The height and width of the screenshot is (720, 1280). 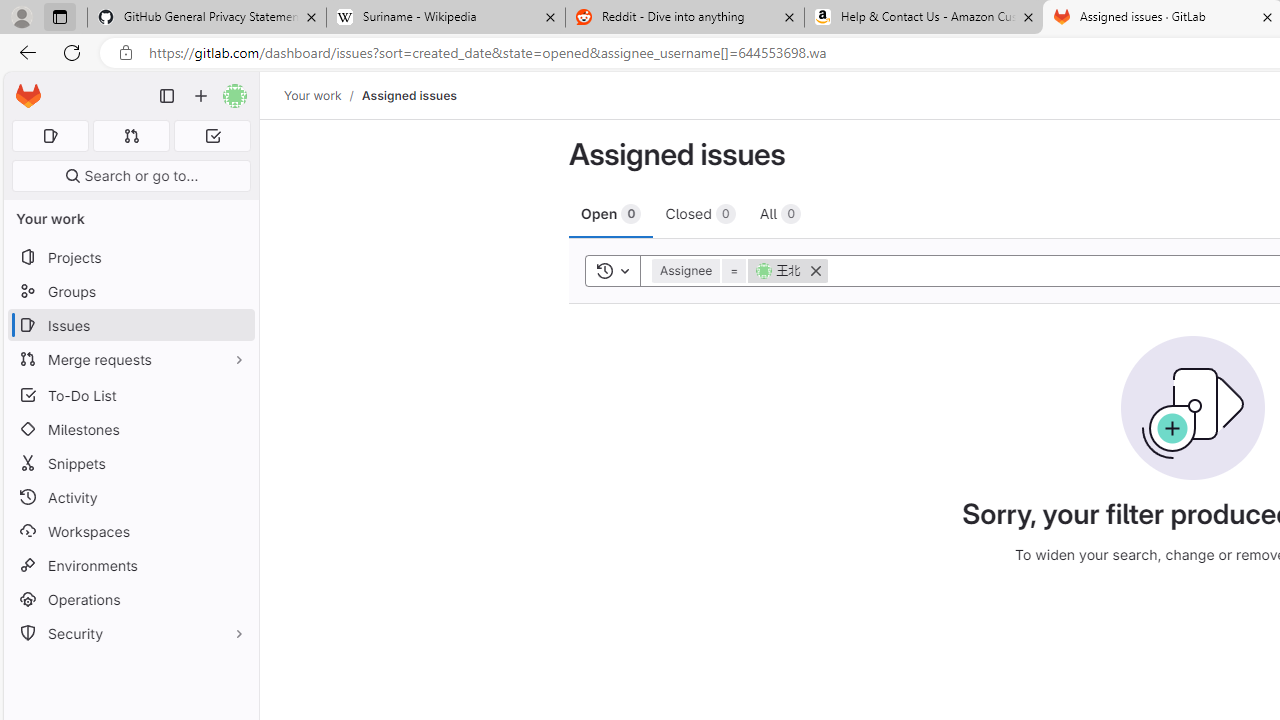 What do you see at coordinates (130, 428) in the screenshot?
I see `'Milestones'` at bounding box center [130, 428].